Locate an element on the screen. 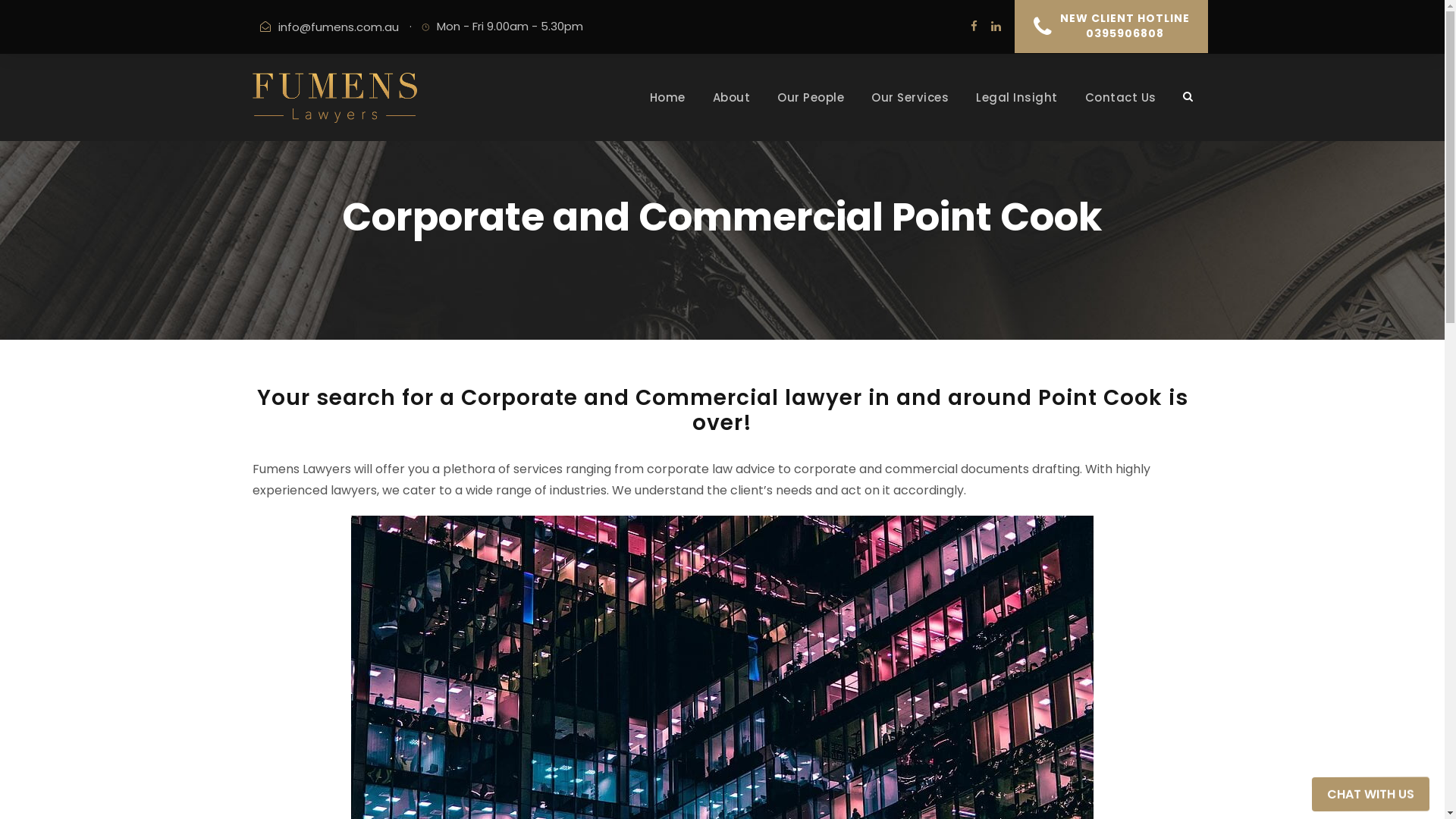  'About' is located at coordinates (712, 114).